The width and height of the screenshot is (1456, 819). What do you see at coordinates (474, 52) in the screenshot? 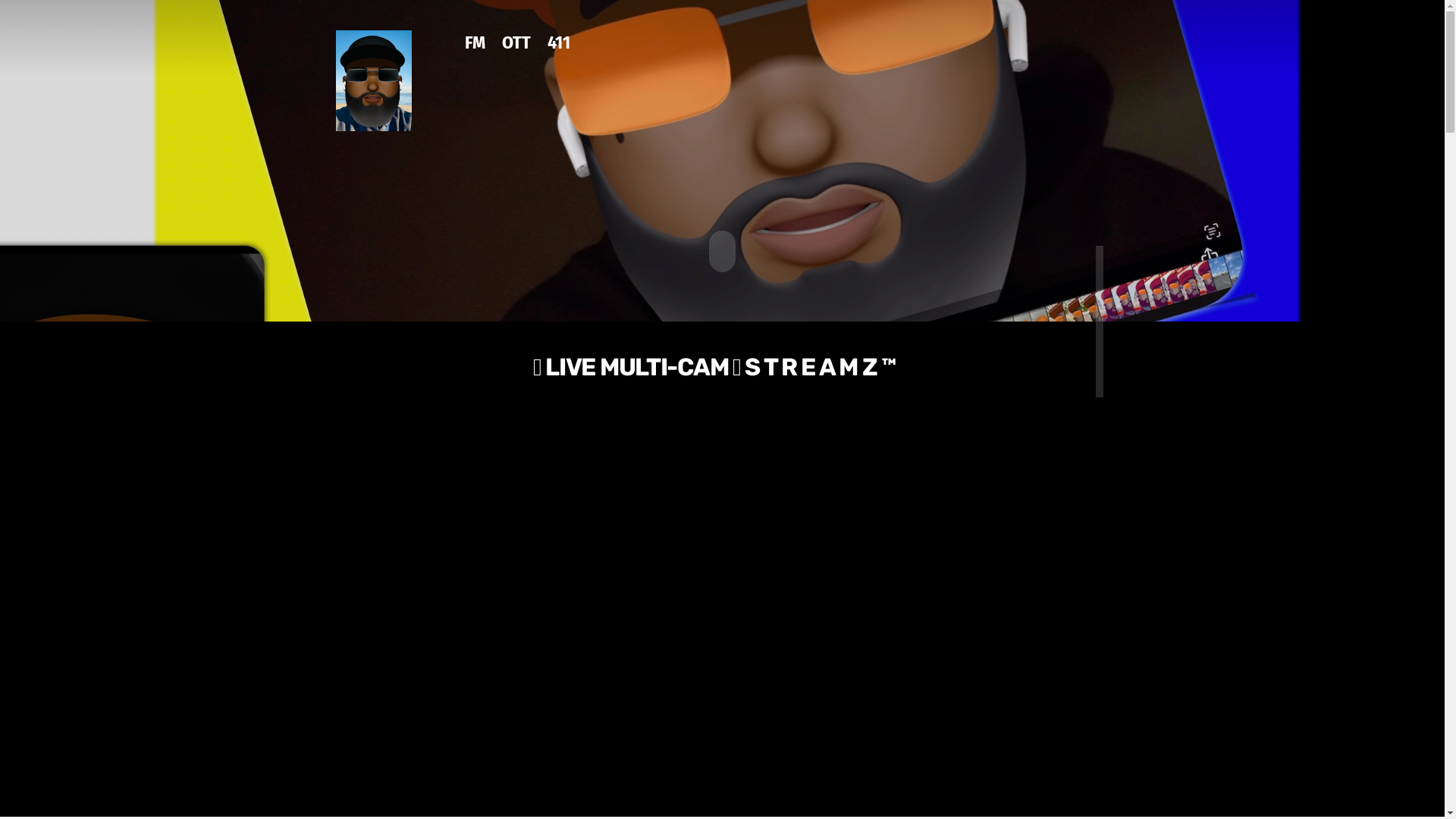
I see `'FM'` at bounding box center [474, 52].